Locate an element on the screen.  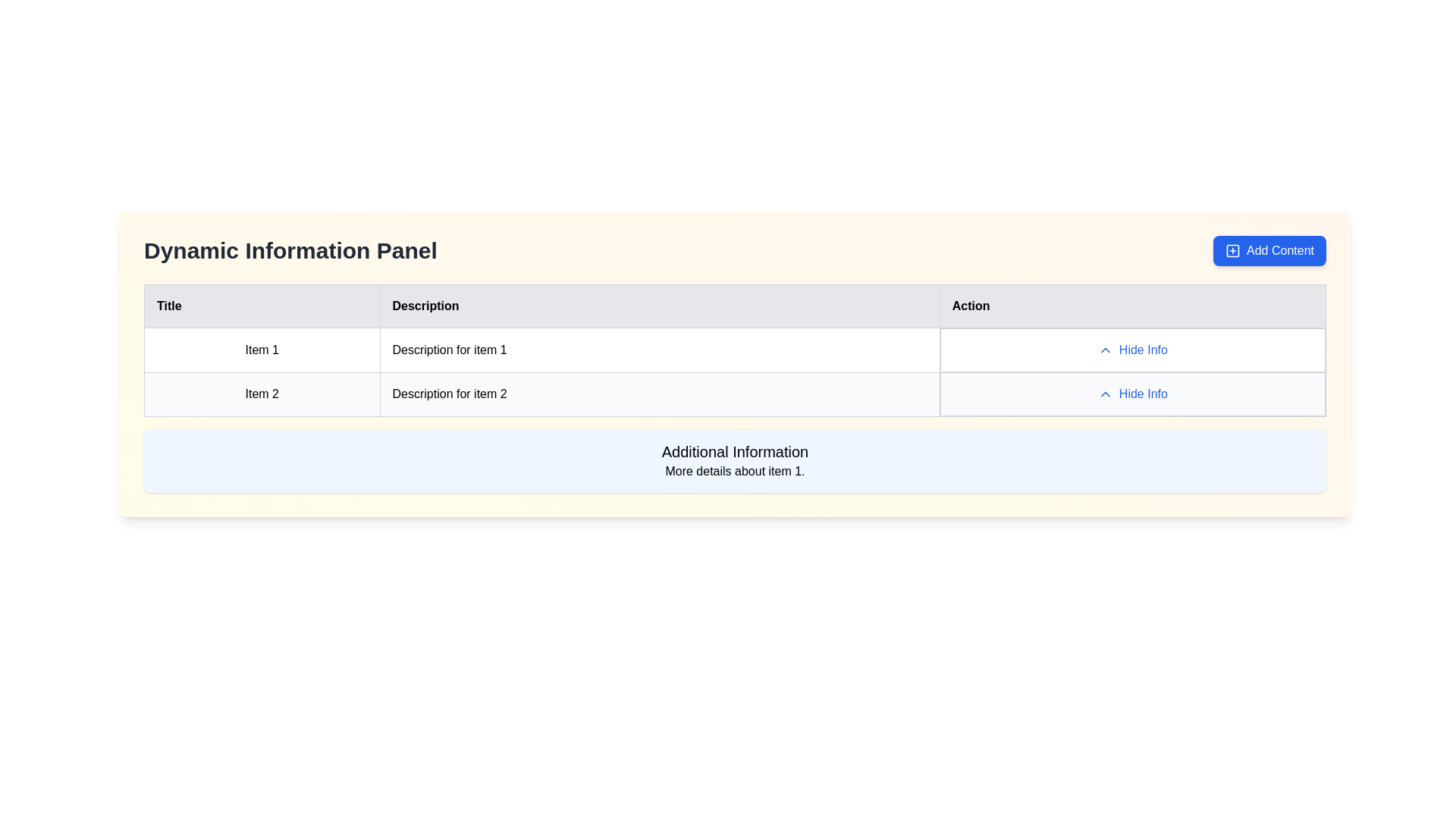
the Text label that serves as the title for the first item in the table under the 'Title' column is located at coordinates (262, 350).